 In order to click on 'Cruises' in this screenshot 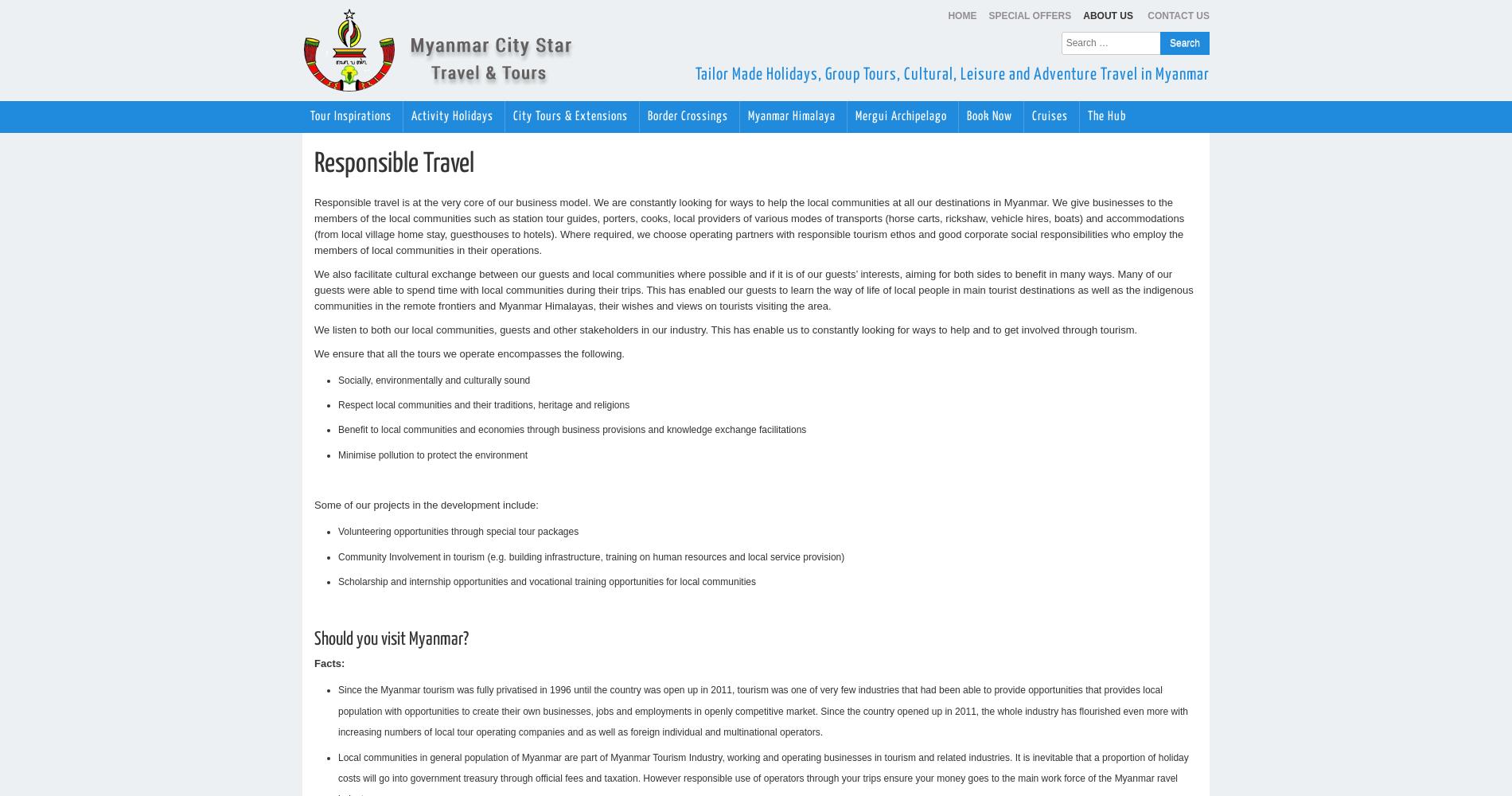, I will do `click(1050, 116)`.